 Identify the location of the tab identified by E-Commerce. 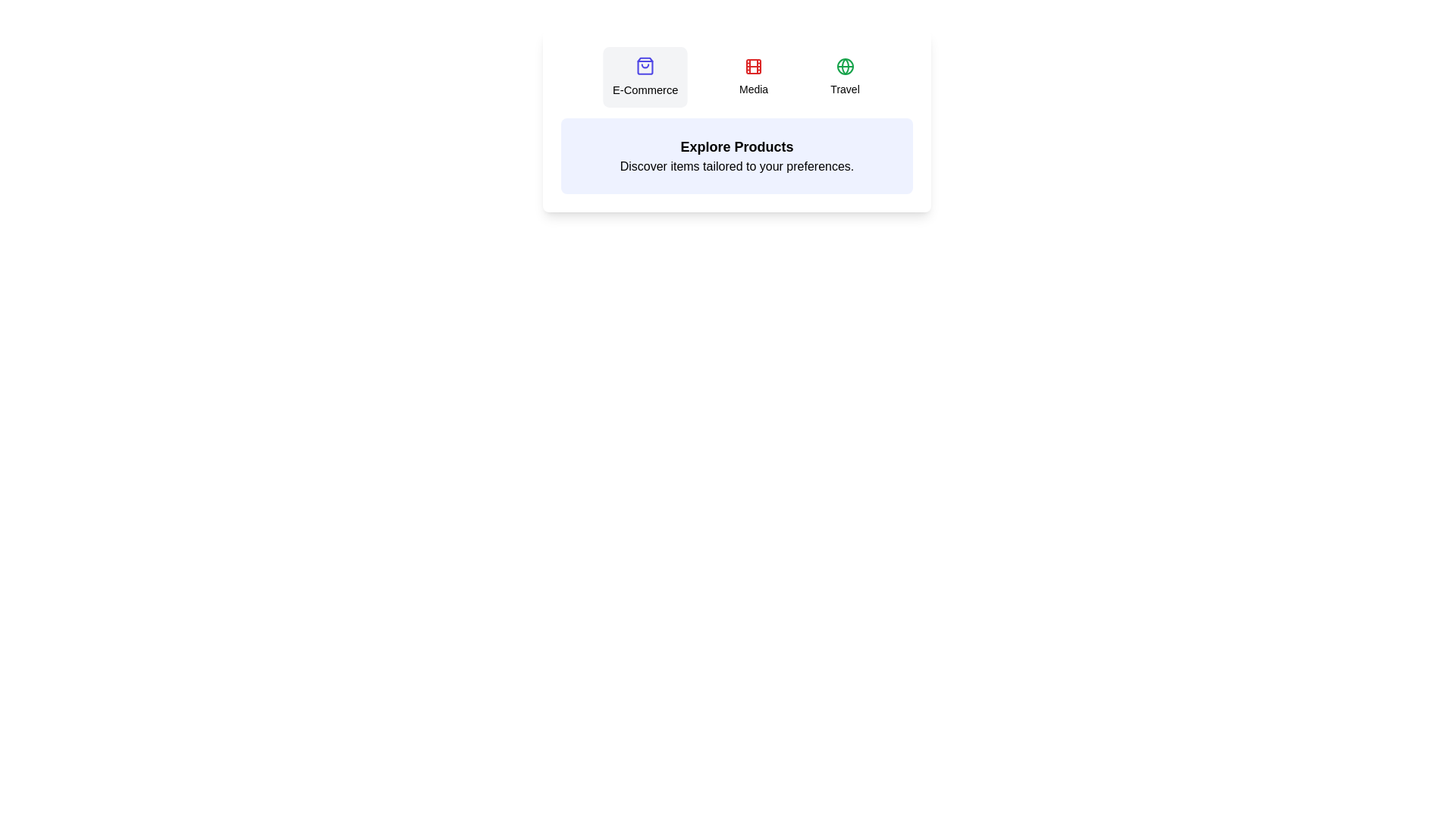
(645, 77).